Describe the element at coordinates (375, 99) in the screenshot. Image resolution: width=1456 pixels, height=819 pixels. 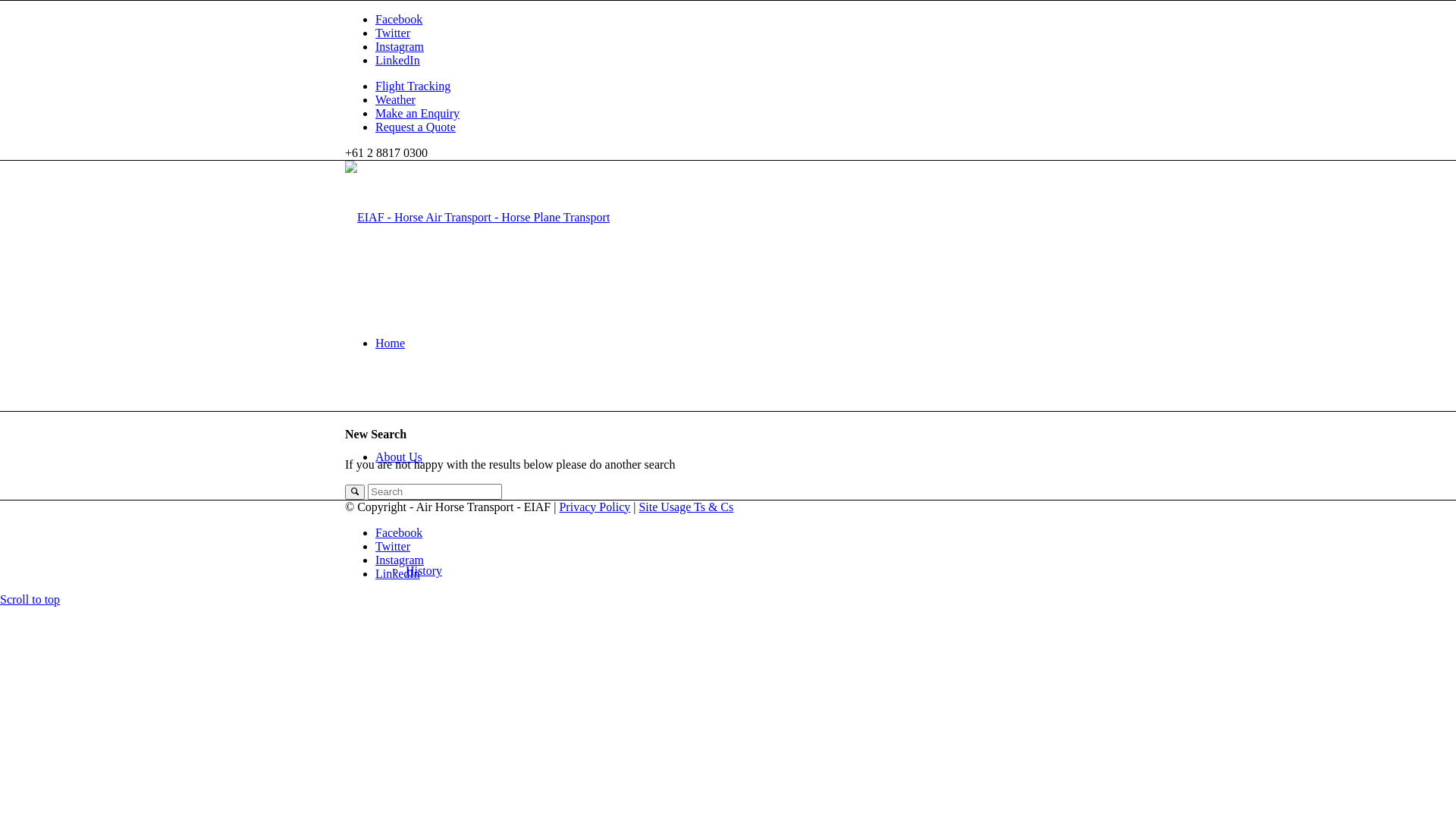
I see `'Weather'` at that location.